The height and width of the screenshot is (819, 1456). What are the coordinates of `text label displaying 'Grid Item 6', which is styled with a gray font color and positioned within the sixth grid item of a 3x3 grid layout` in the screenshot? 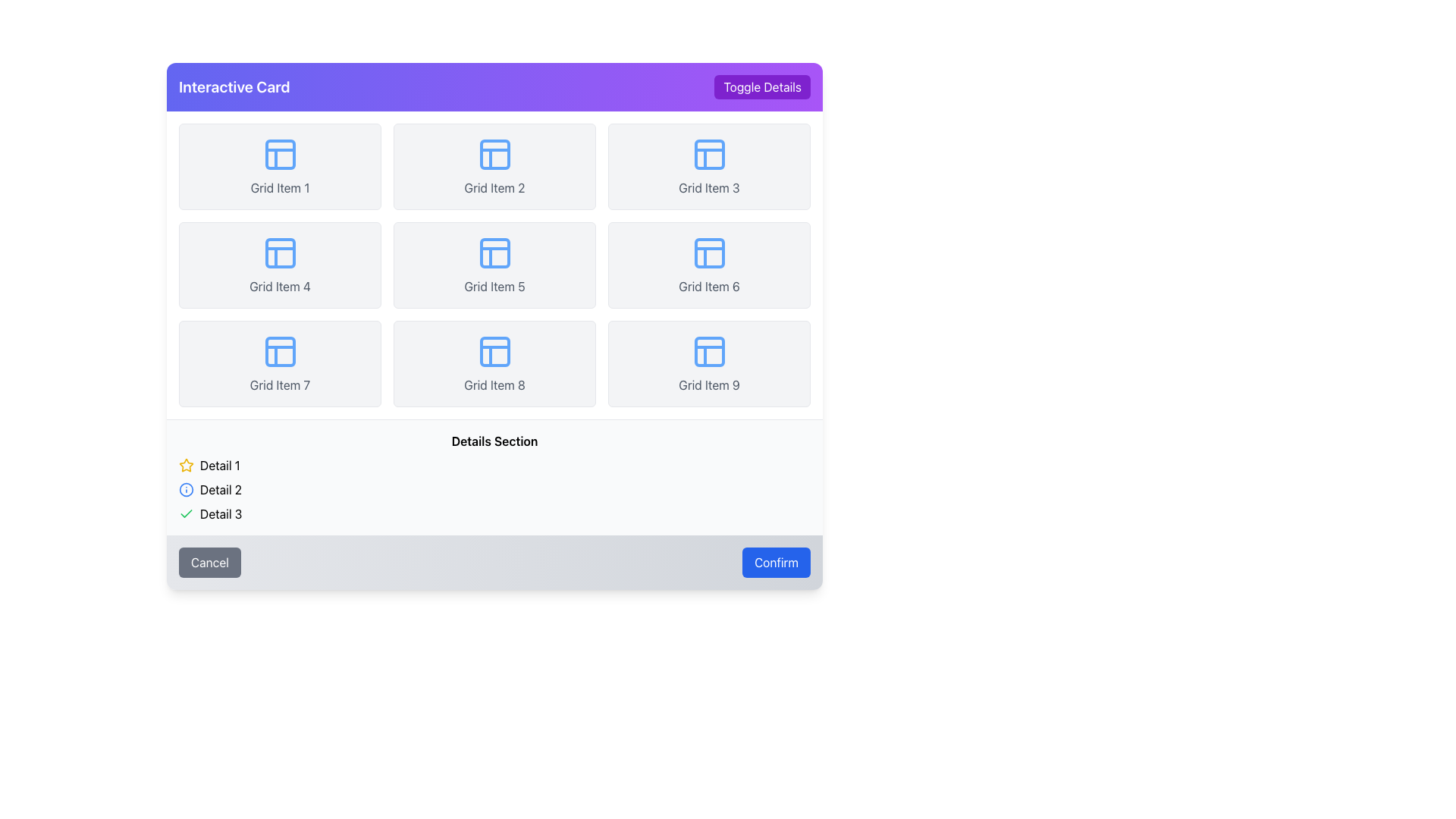 It's located at (708, 287).